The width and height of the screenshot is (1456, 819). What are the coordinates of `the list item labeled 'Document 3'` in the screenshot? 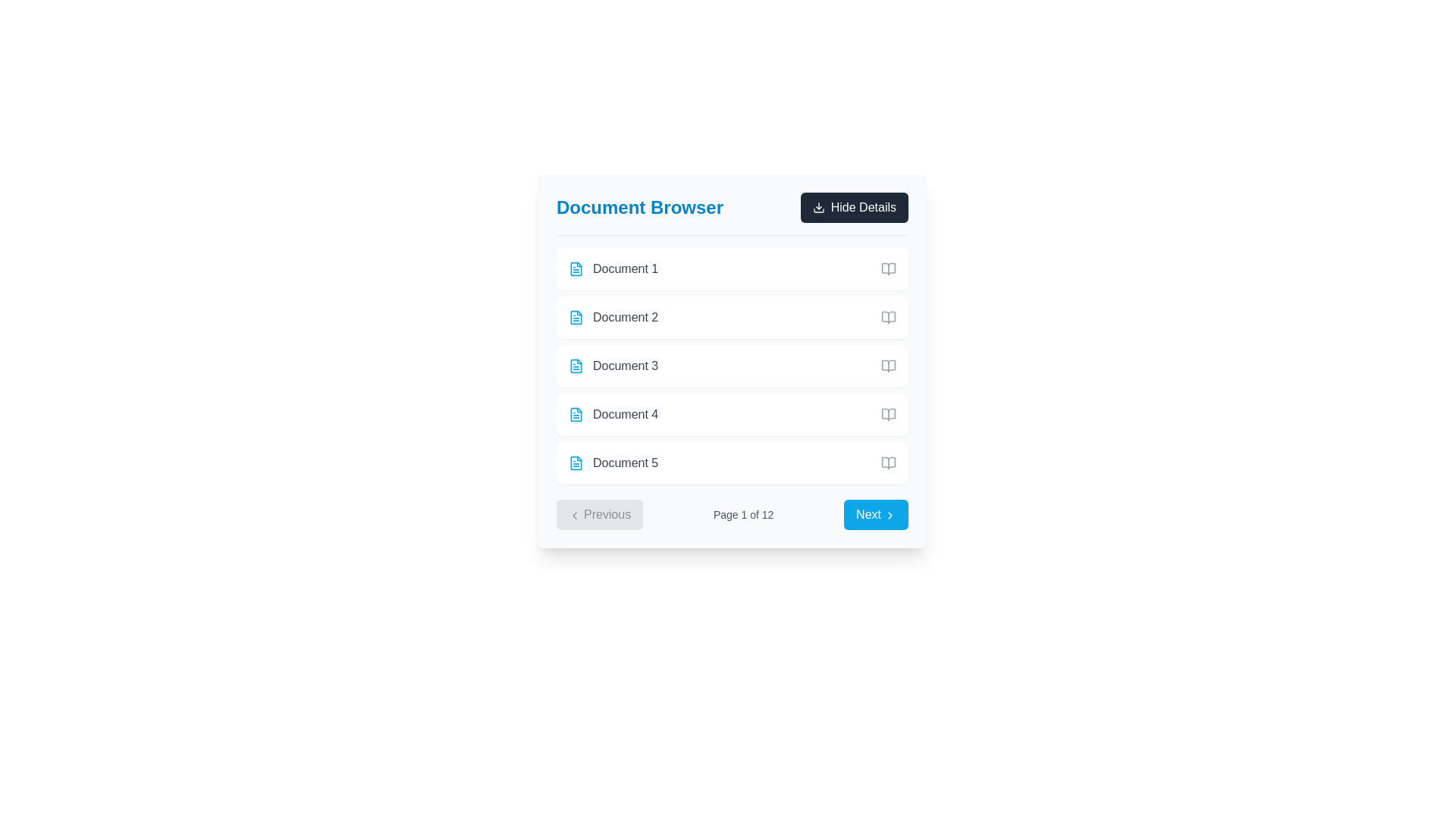 It's located at (613, 366).